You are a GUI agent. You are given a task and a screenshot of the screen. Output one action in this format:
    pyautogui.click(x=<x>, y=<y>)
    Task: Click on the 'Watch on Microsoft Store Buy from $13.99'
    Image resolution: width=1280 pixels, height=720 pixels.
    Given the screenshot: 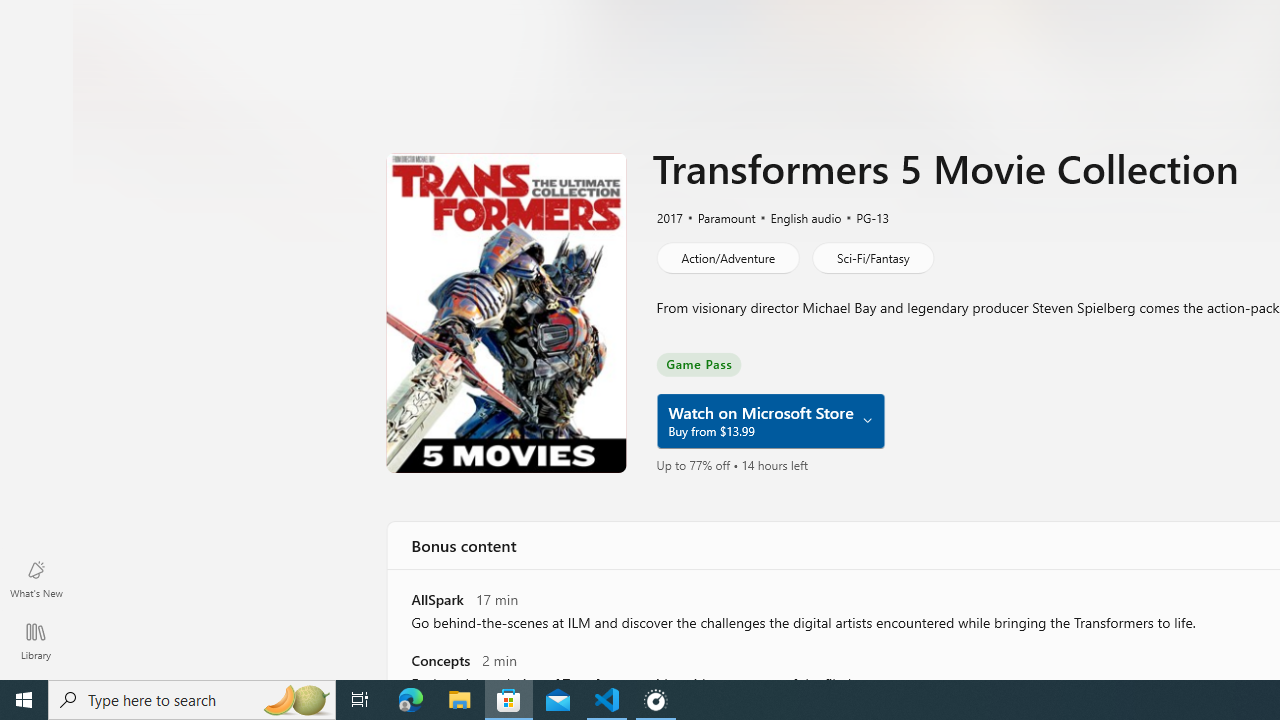 What is the action you would take?
    pyautogui.click(x=768, y=420)
    